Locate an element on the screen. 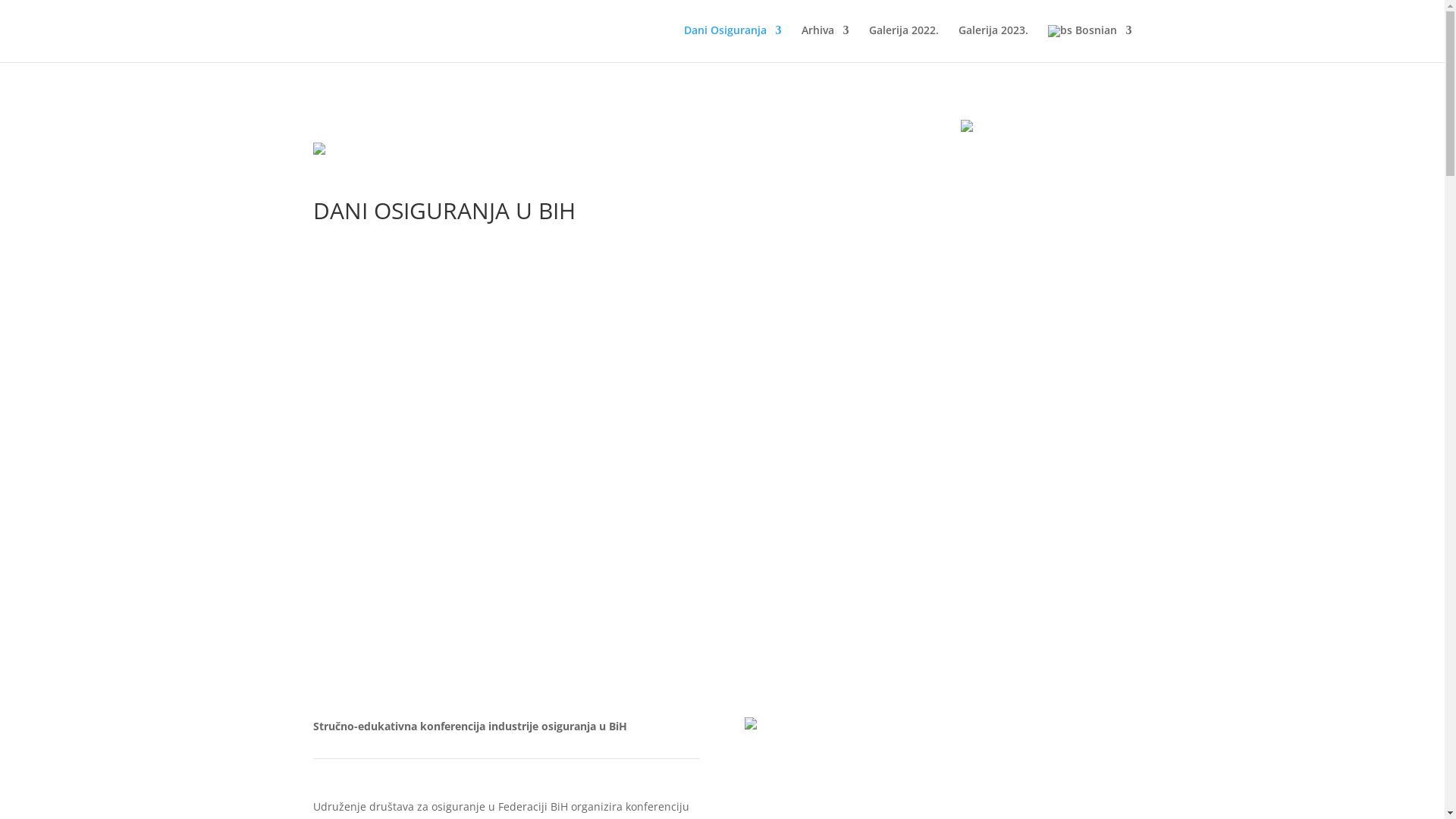  'Galerija 2022.' is located at coordinates (903, 42).